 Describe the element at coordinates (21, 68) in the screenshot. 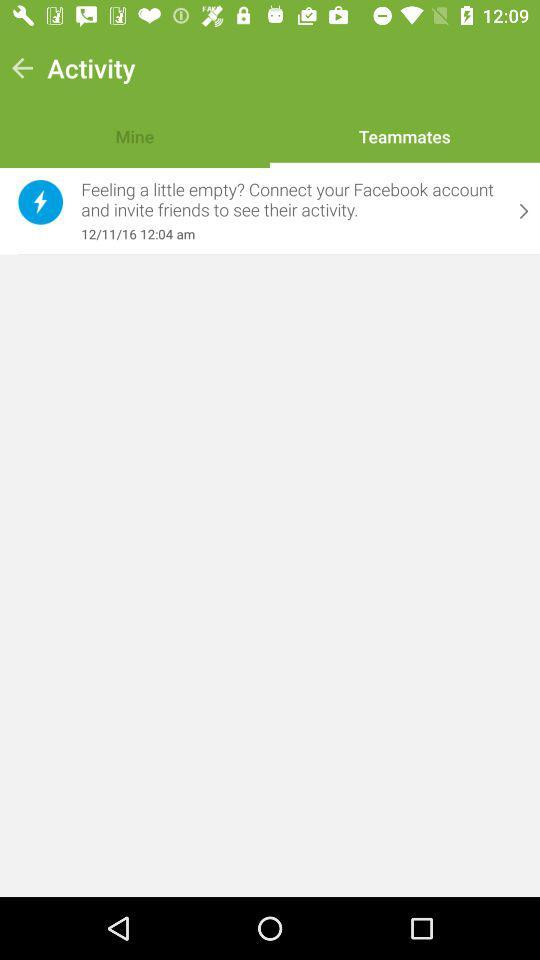

I see `the icon next to activity item` at that location.